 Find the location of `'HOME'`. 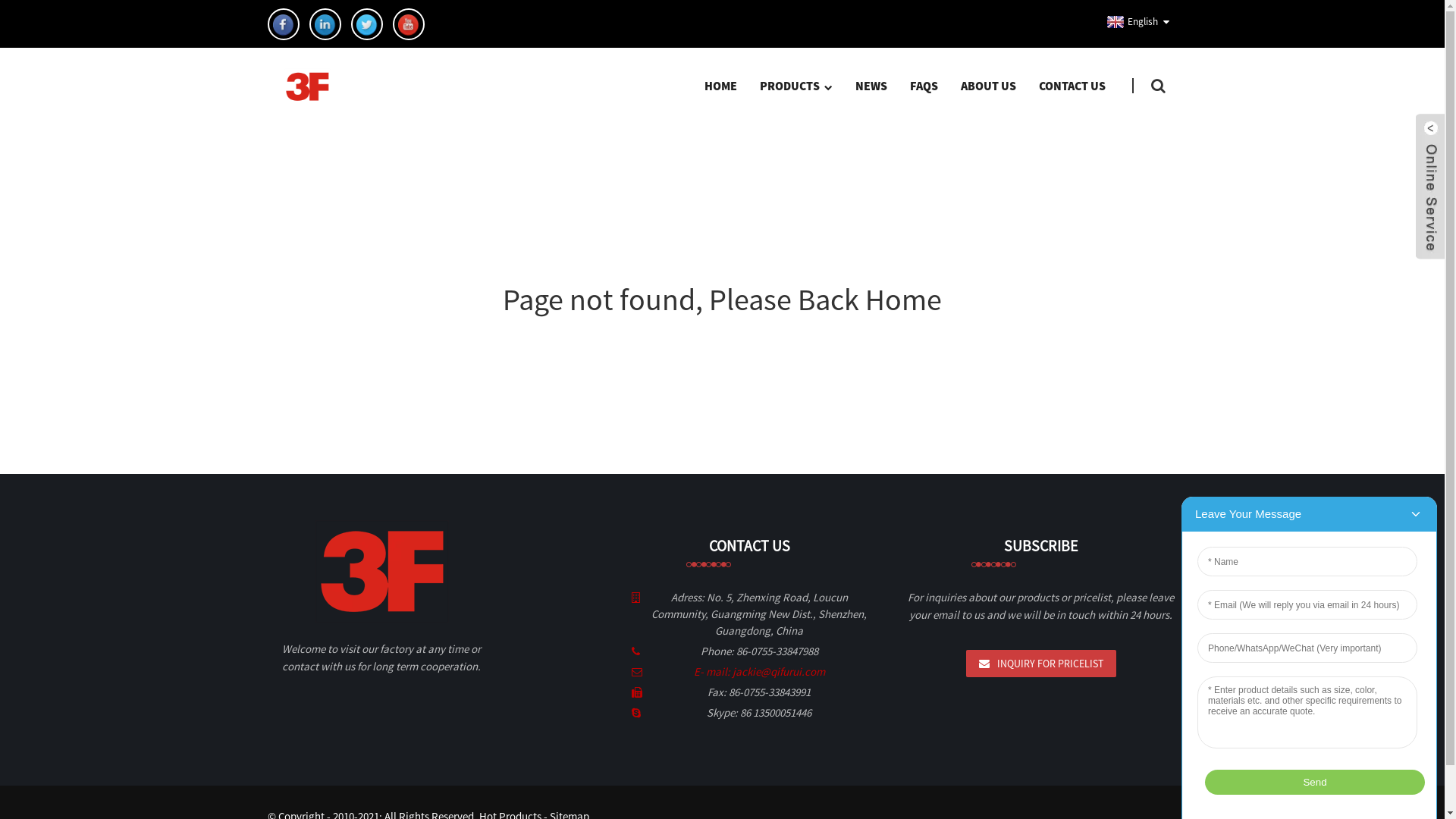

'HOME' is located at coordinates (720, 85).